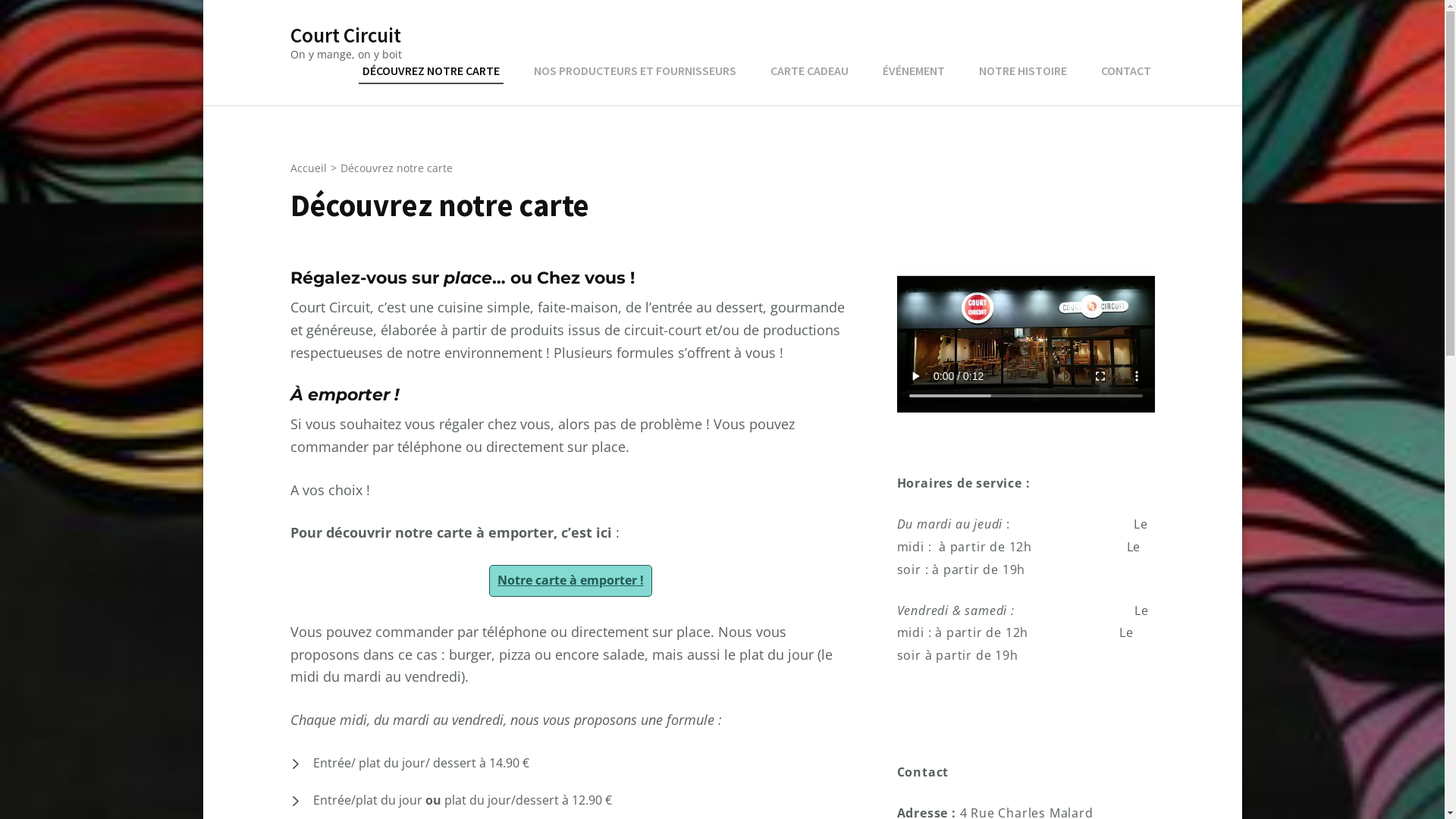 The height and width of the screenshot is (819, 1456). Describe the element at coordinates (634, 71) in the screenshot. I see `'NOS PRODUCTEURS ET FOURNISSEURS'` at that location.